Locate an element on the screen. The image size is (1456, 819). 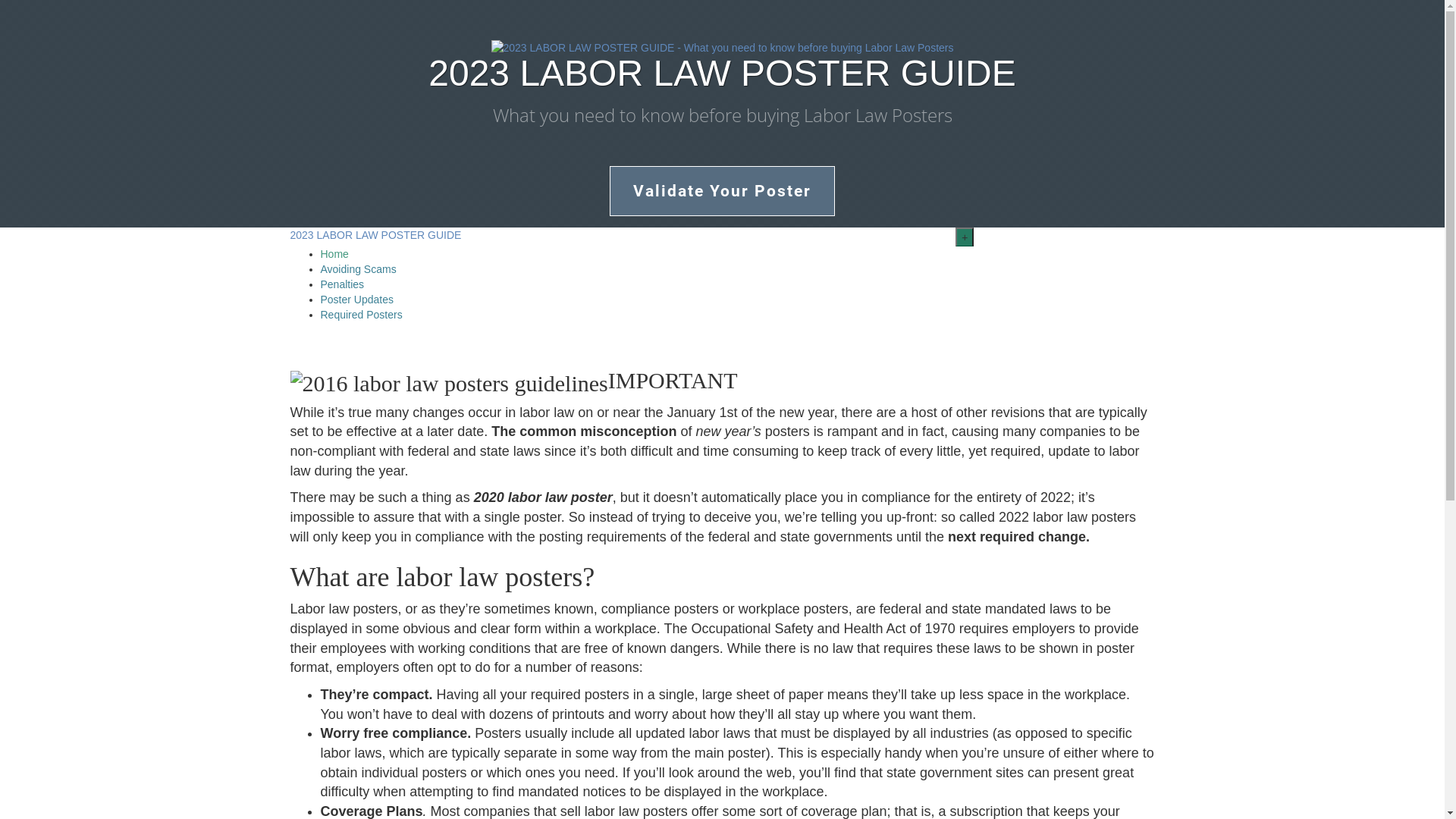
'Poster Updates' is located at coordinates (356, 299).